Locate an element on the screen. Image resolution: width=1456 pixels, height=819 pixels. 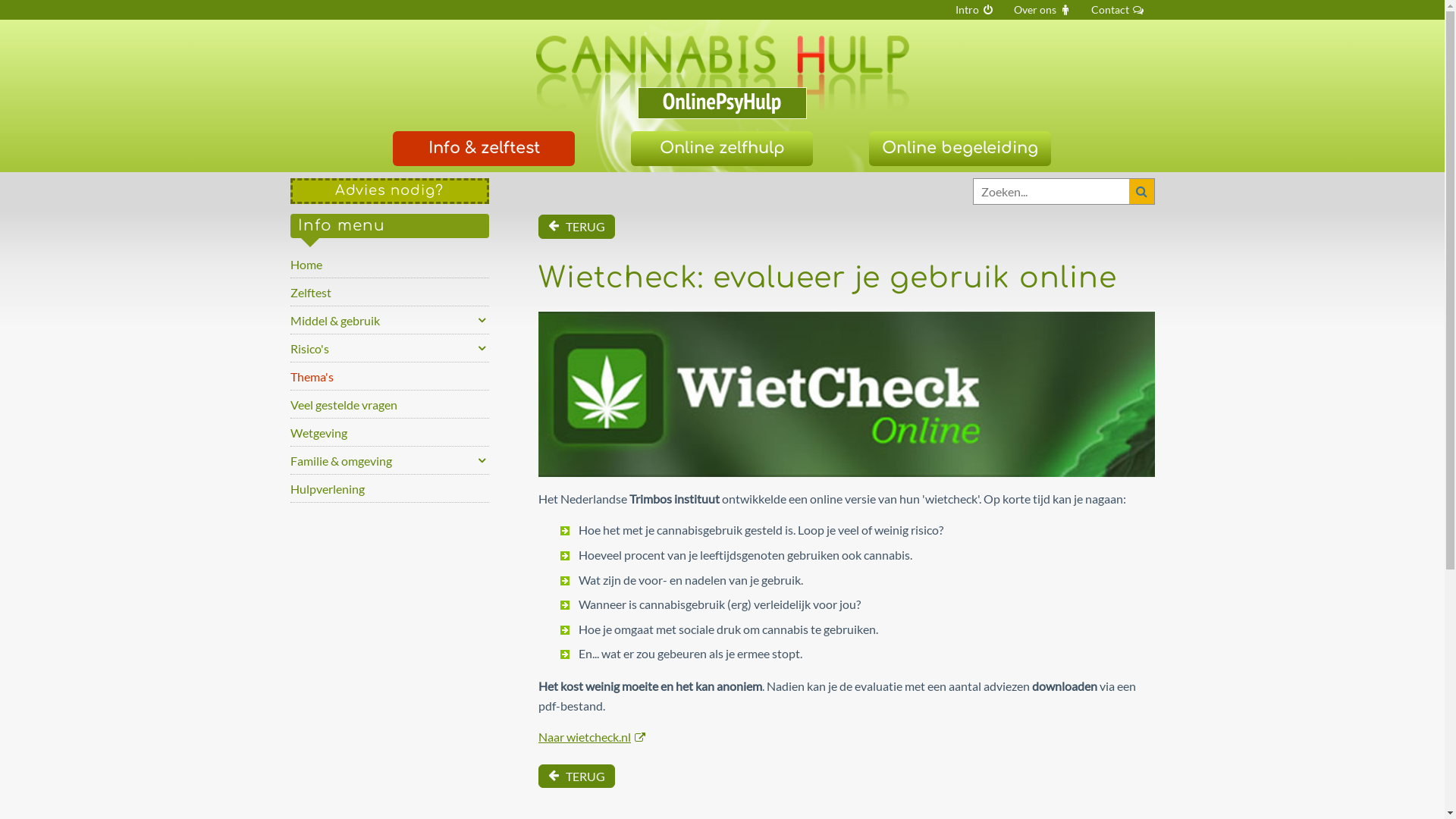
'Thema's' is located at coordinates (290, 375).